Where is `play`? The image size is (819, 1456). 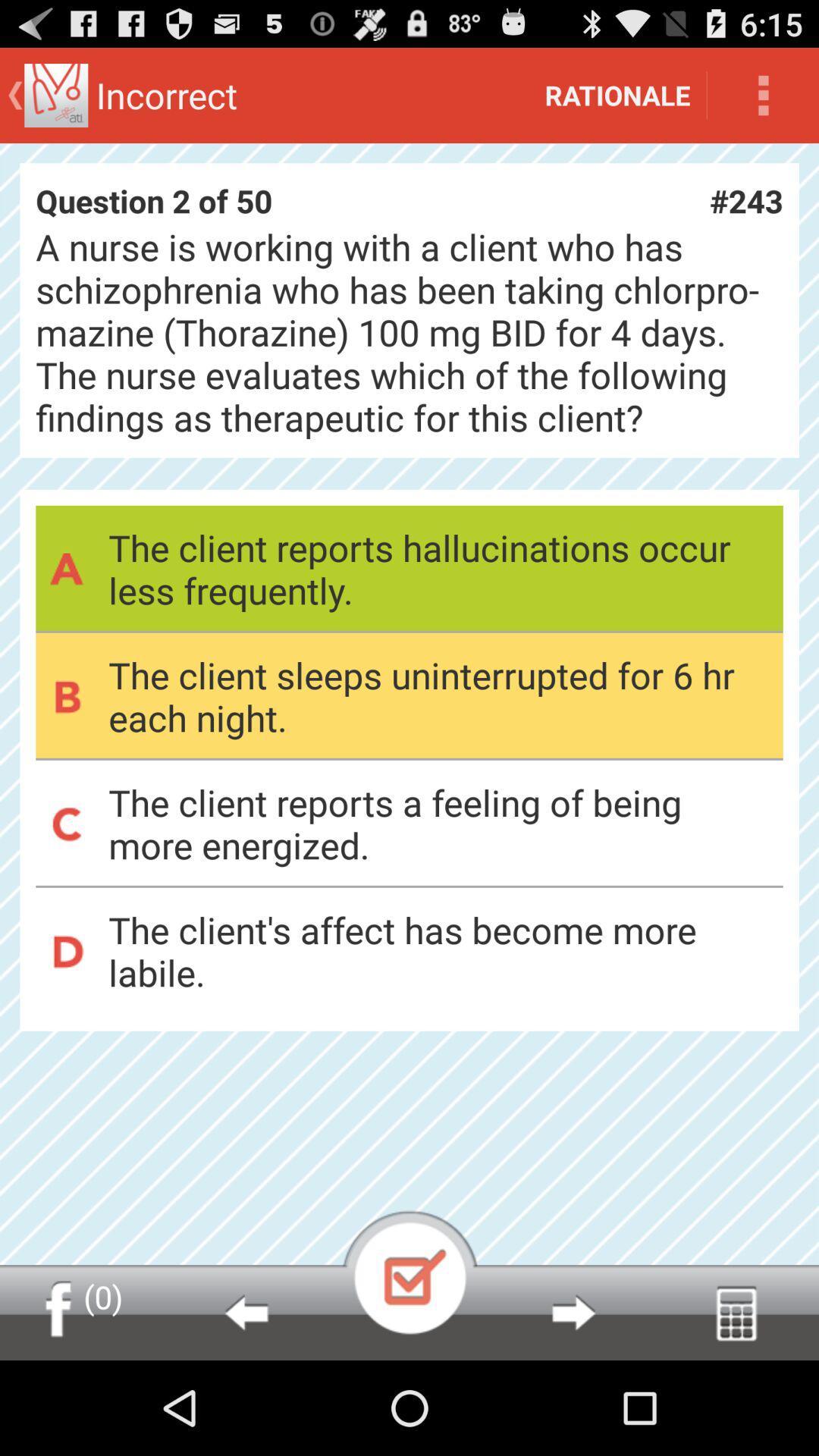 play is located at coordinates (409, 1272).